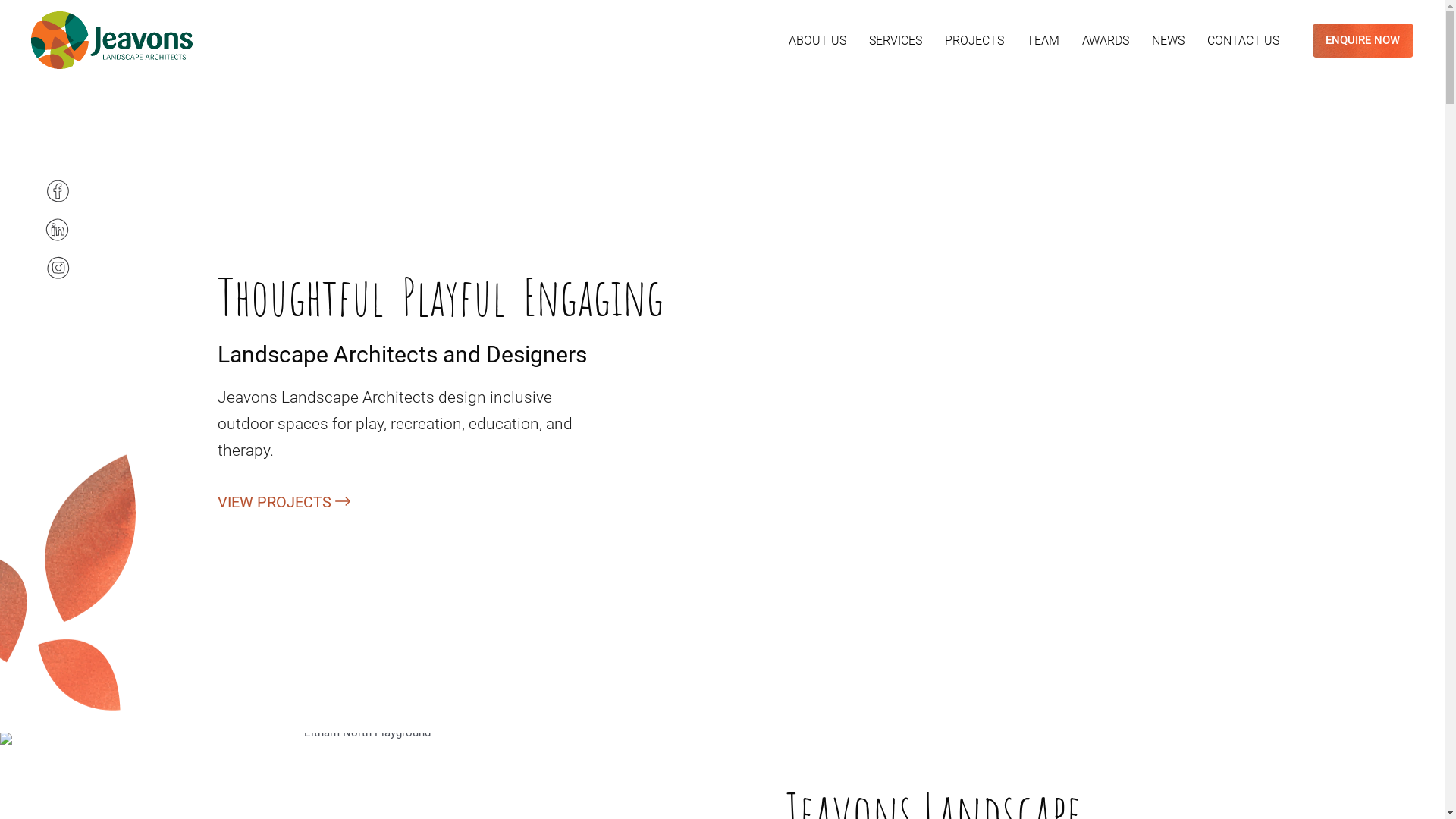  I want to click on 'AWARDS', so click(1106, 39).